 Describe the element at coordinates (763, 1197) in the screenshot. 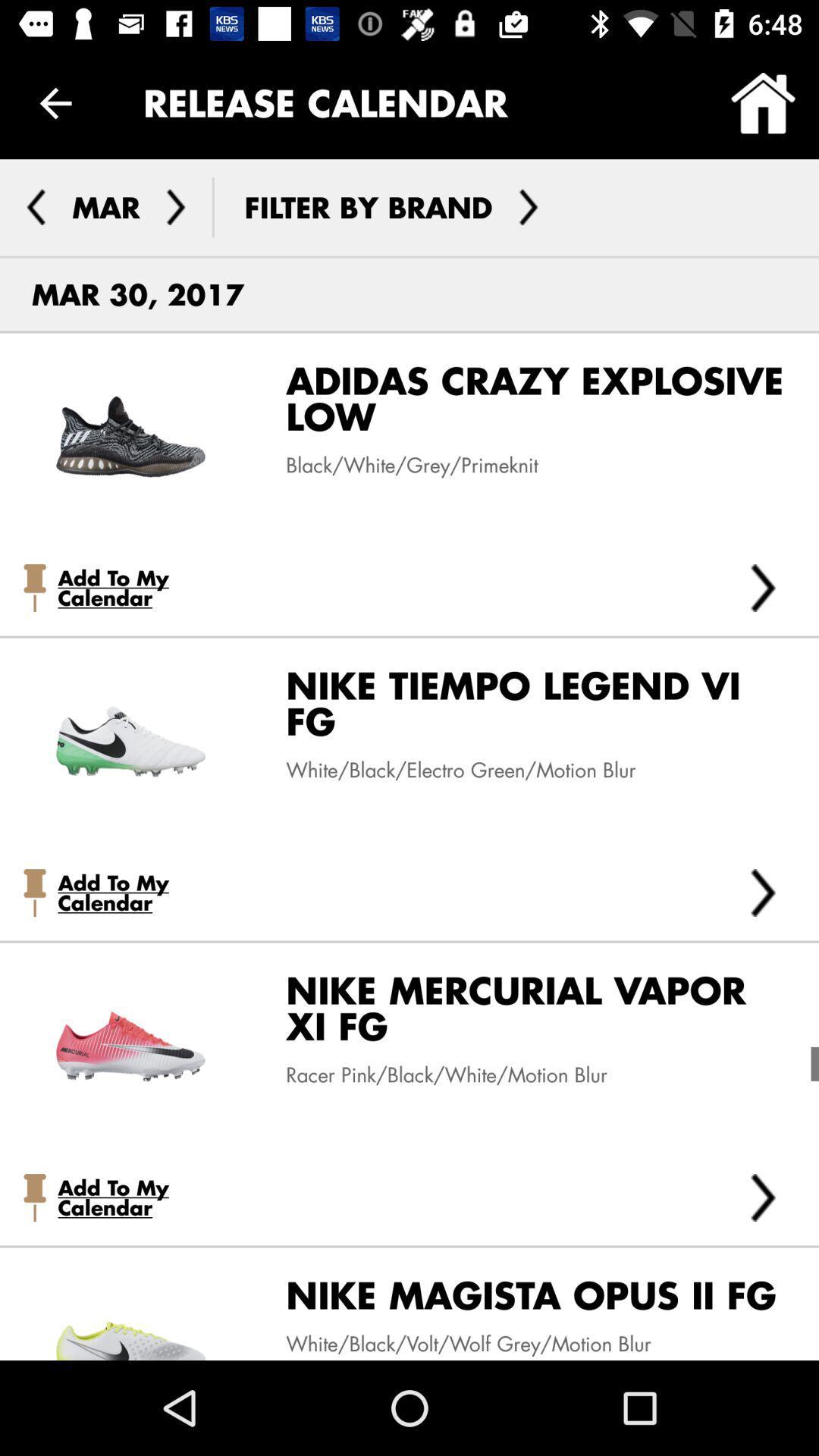

I see `the icon below the nike mercurial vapor` at that location.